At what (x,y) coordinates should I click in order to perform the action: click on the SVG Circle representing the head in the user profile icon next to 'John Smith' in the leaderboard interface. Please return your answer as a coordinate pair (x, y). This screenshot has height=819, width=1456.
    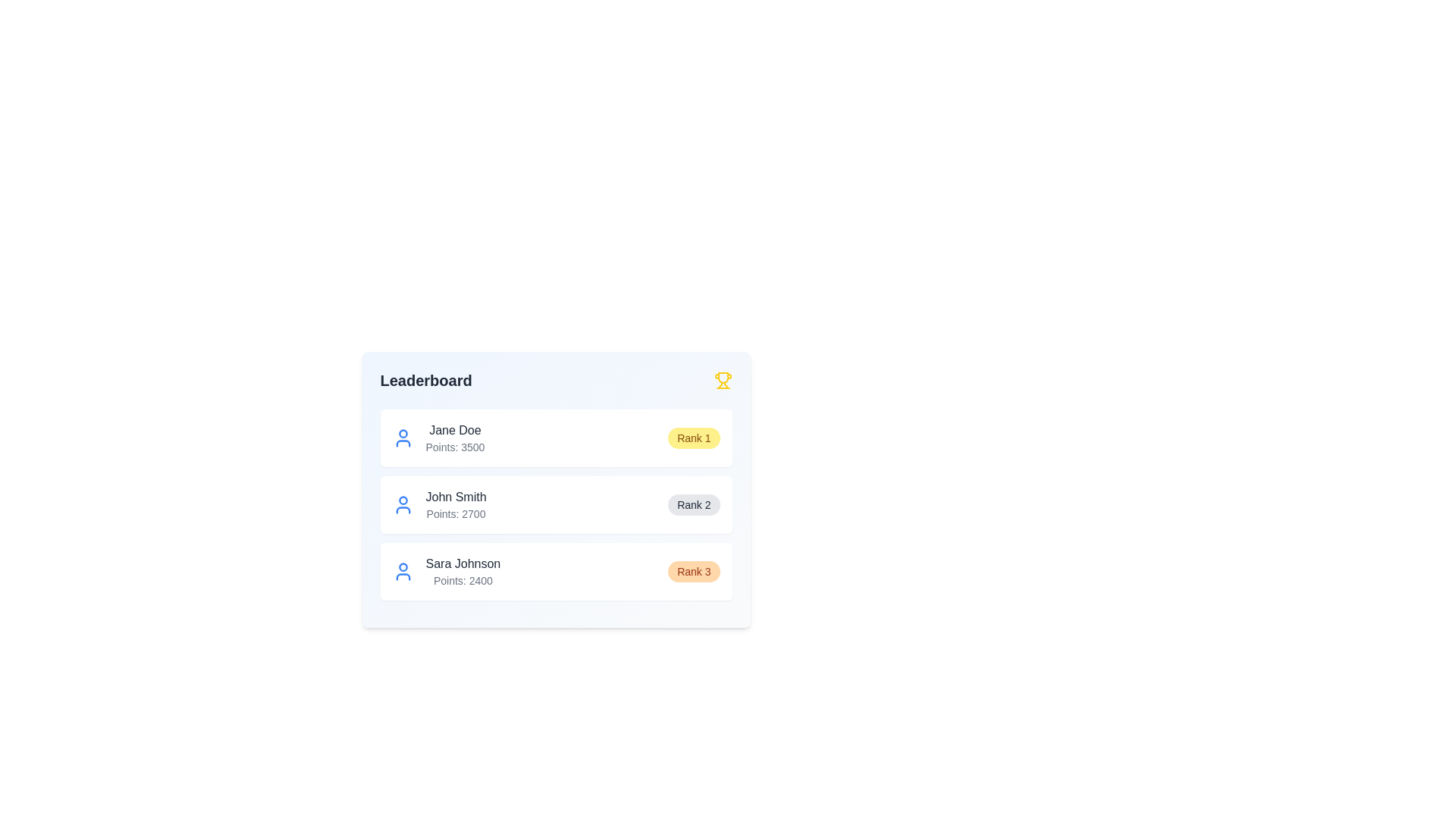
    Looking at the image, I should click on (403, 500).